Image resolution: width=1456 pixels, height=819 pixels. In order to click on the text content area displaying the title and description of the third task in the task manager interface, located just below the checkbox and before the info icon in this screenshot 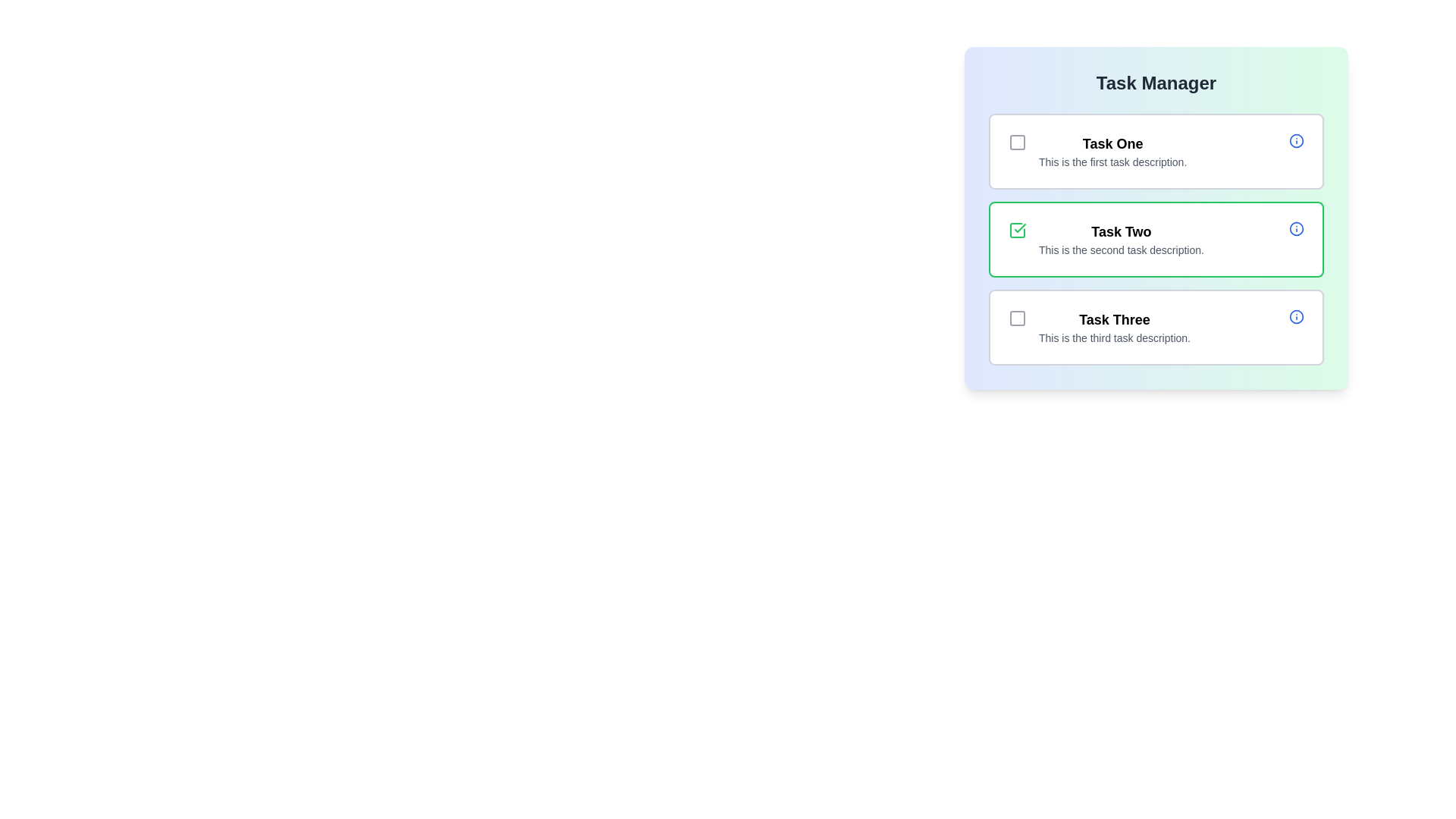, I will do `click(1114, 327)`.